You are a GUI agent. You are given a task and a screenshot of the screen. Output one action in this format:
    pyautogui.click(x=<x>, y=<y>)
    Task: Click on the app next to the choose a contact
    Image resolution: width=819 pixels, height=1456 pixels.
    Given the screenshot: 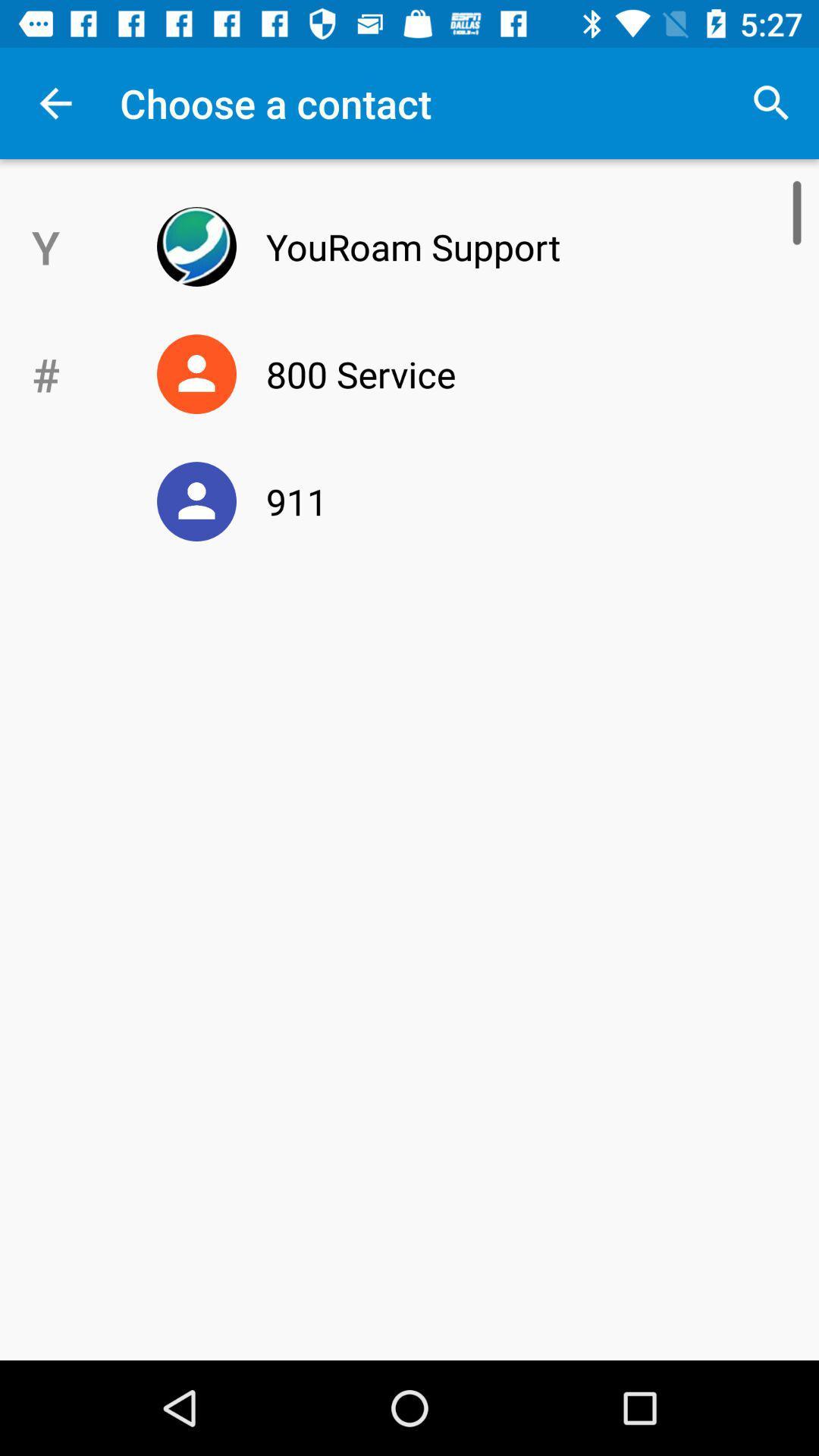 What is the action you would take?
    pyautogui.click(x=771, y=102)
    